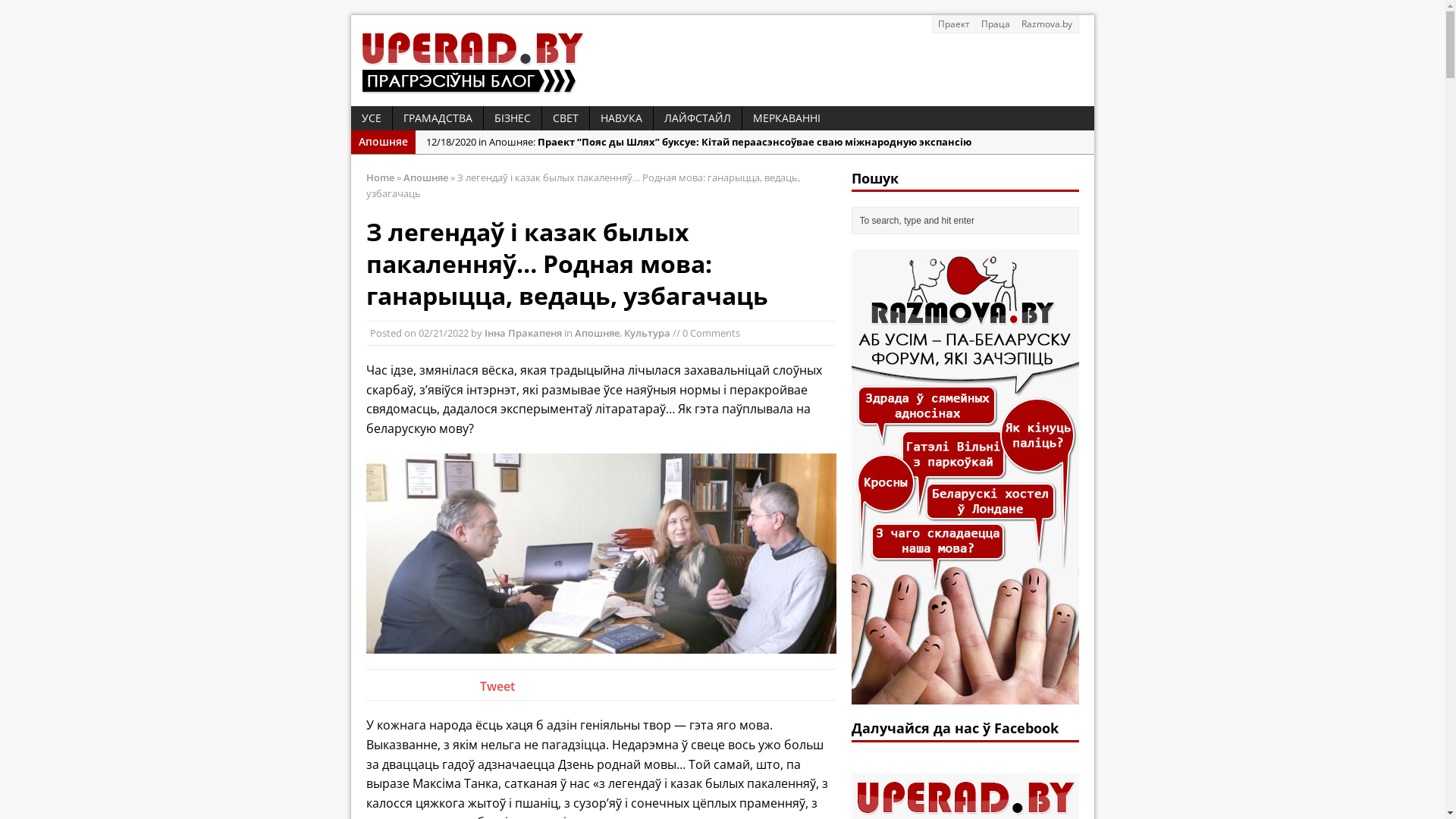 This screenshot has width=1456, height=819. Describe the element at coordinates (365, 177) in the screenshot. I see `'Home'` at that location.